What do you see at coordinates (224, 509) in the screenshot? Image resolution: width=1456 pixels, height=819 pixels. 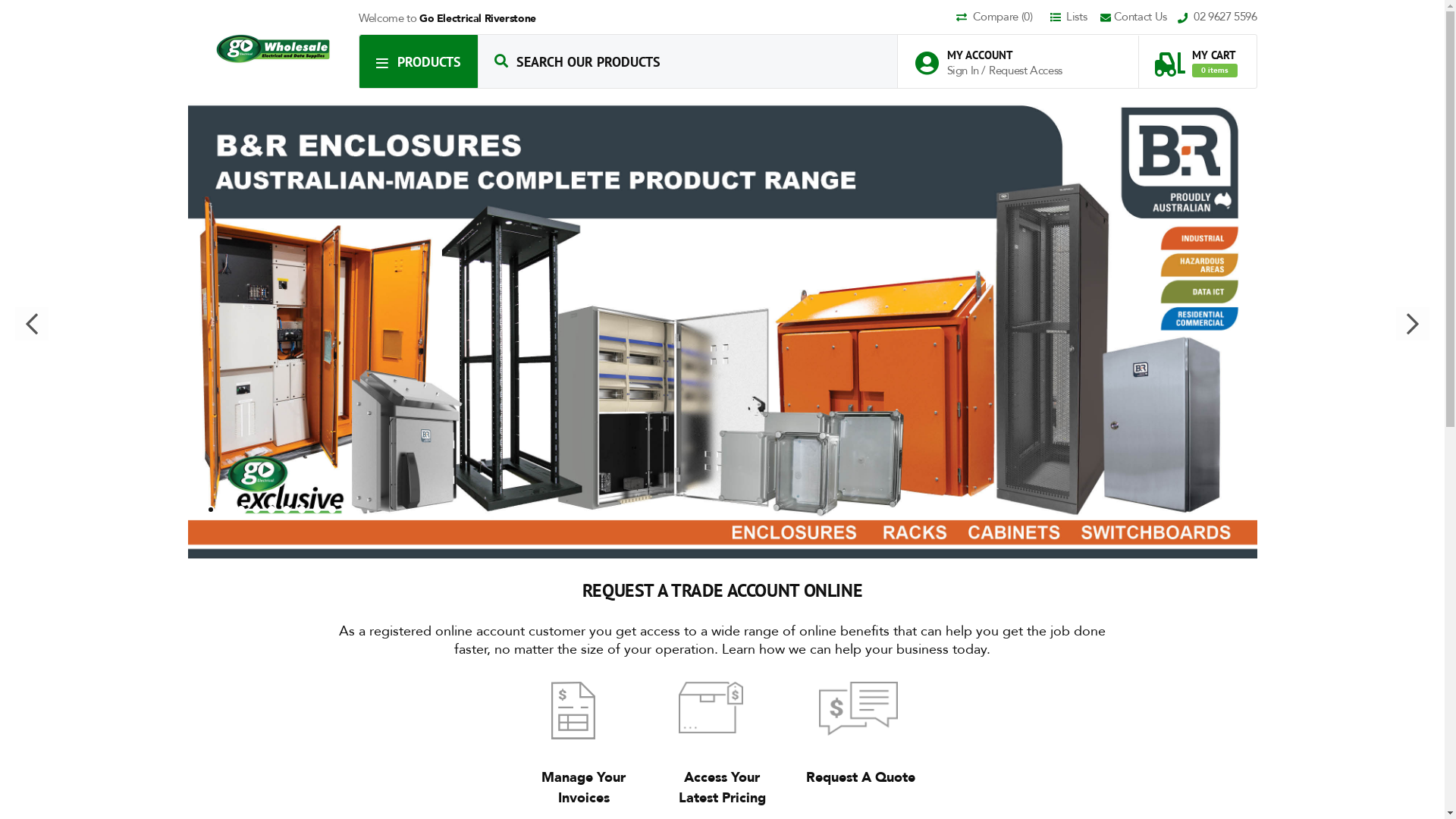 I see `'3'` at bounding box center [224, 509].